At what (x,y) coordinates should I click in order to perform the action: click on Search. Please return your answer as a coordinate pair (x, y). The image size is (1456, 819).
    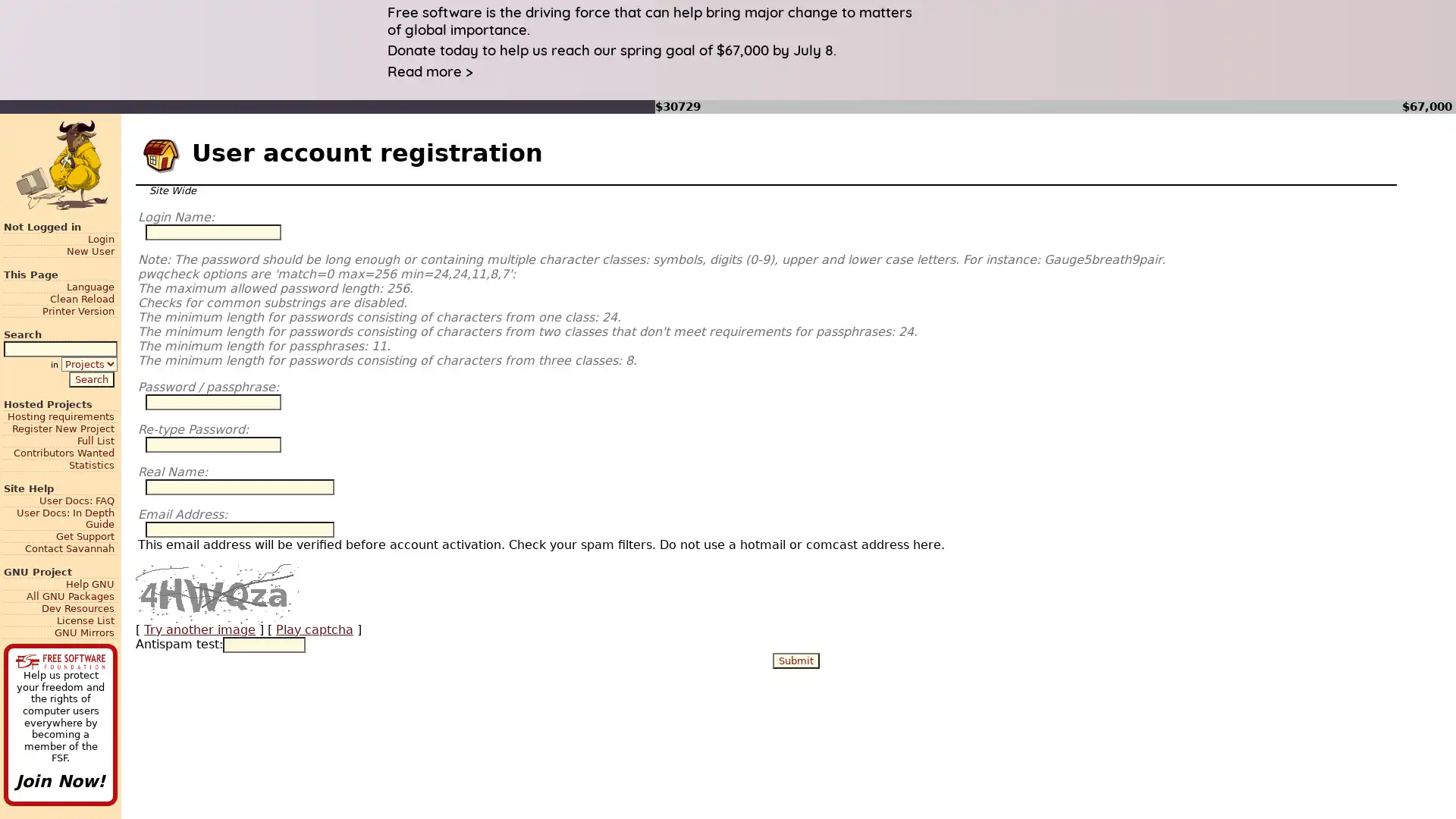
    Looking at the image, I should click on (90, 378).